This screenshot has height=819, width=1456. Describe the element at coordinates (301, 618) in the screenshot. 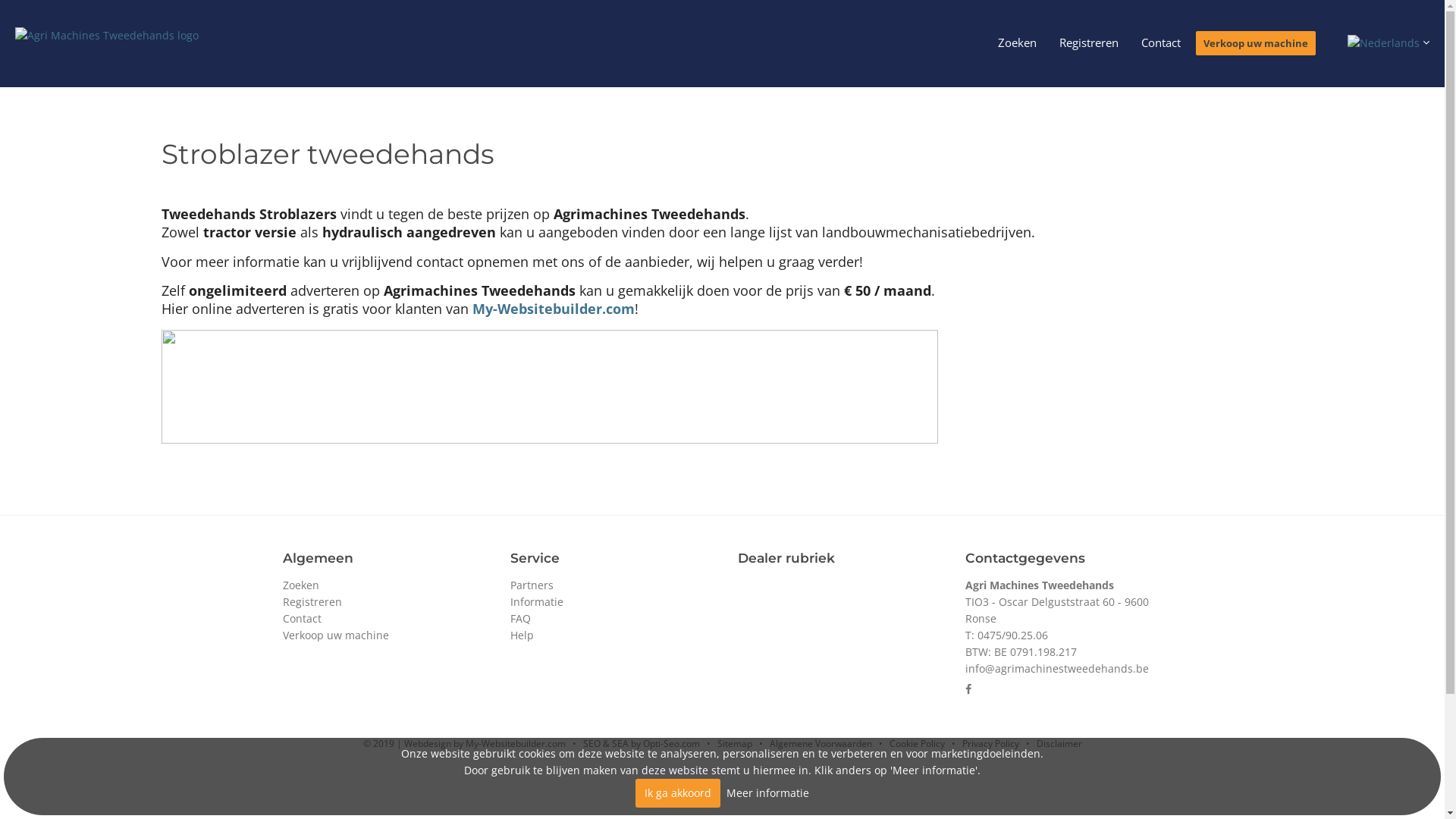

I see `'Contact'` at that location.